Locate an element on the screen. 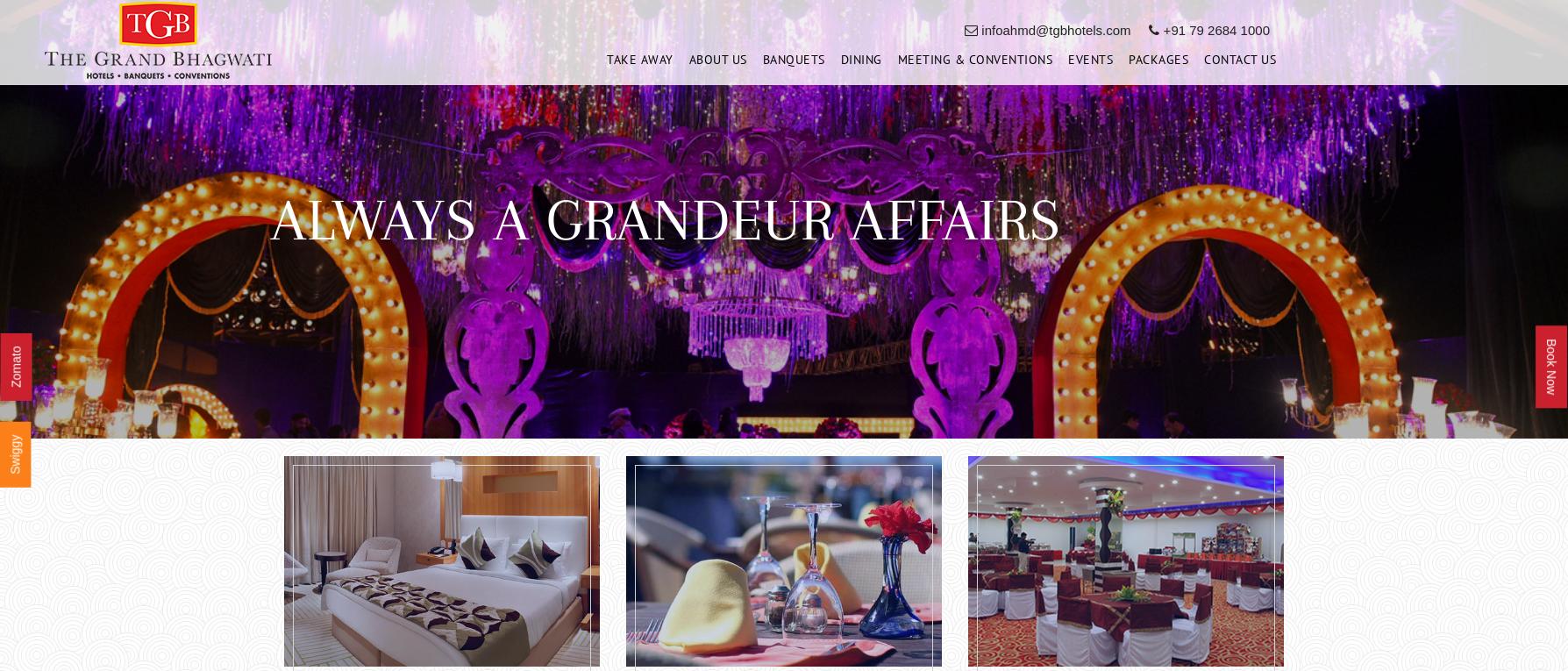 The height and width of the screenshot is (671, 1568). 'Meeting & conventions' is located at coordinates (974, 63).